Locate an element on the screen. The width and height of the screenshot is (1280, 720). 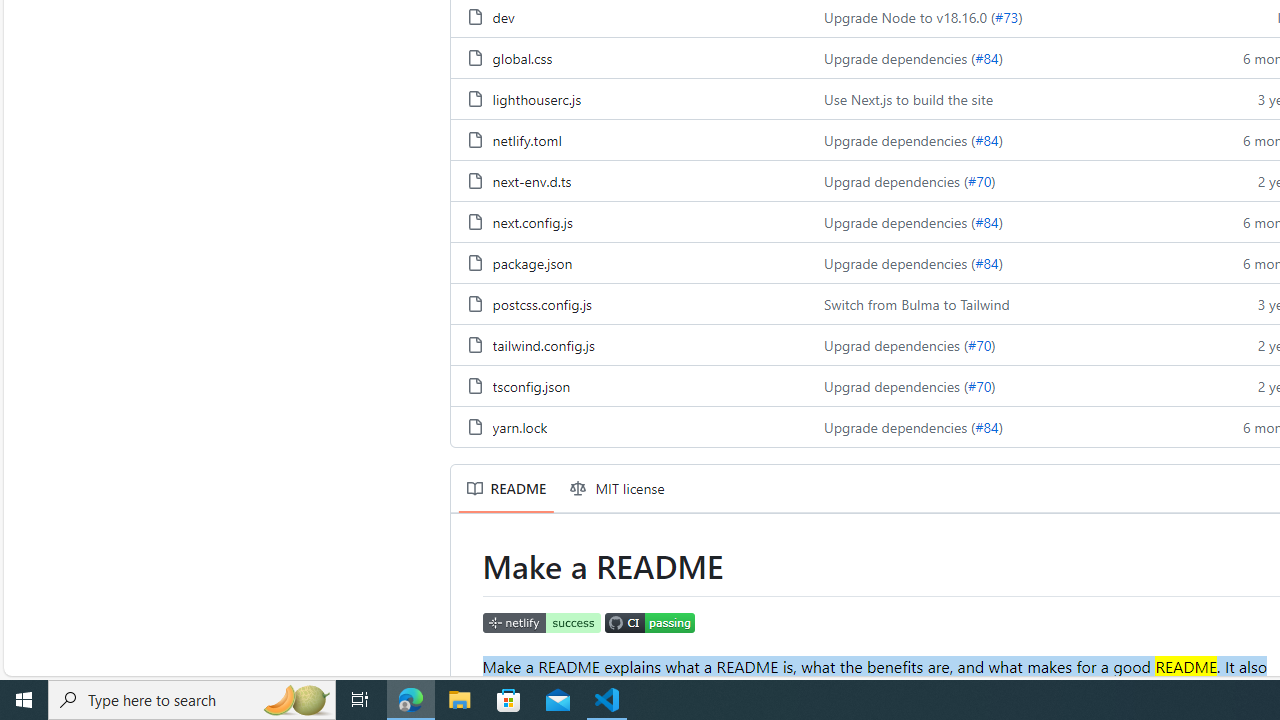
'README' is located at coordinates (506, 488).